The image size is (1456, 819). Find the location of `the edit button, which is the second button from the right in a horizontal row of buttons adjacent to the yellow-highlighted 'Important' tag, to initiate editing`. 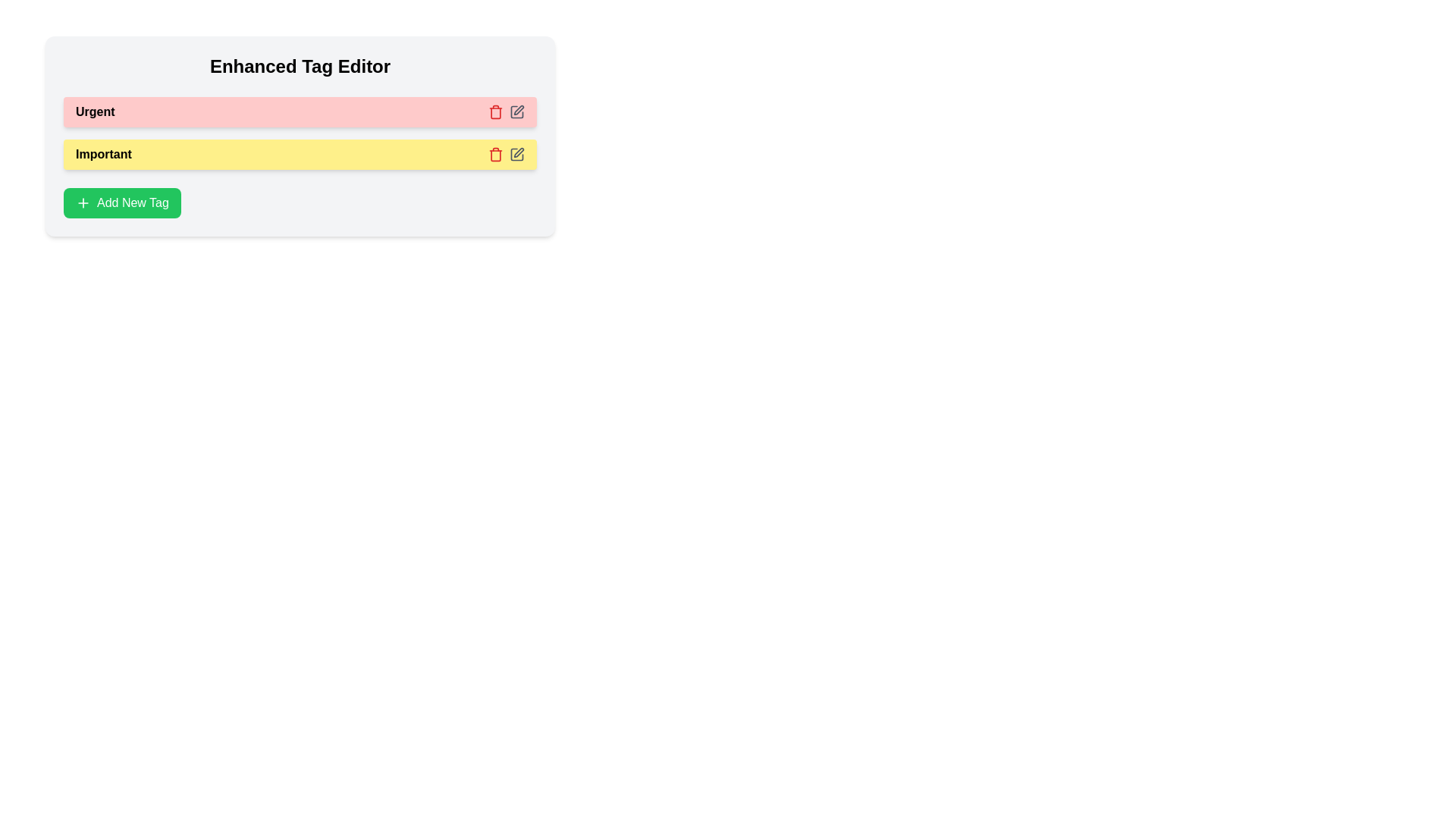

the edit button, which is the second button from the right in a horizontal row of buttons adjacent to the yellow-highlighted 'Important' tag, to initiate editing is located at coordinates (516, 155).